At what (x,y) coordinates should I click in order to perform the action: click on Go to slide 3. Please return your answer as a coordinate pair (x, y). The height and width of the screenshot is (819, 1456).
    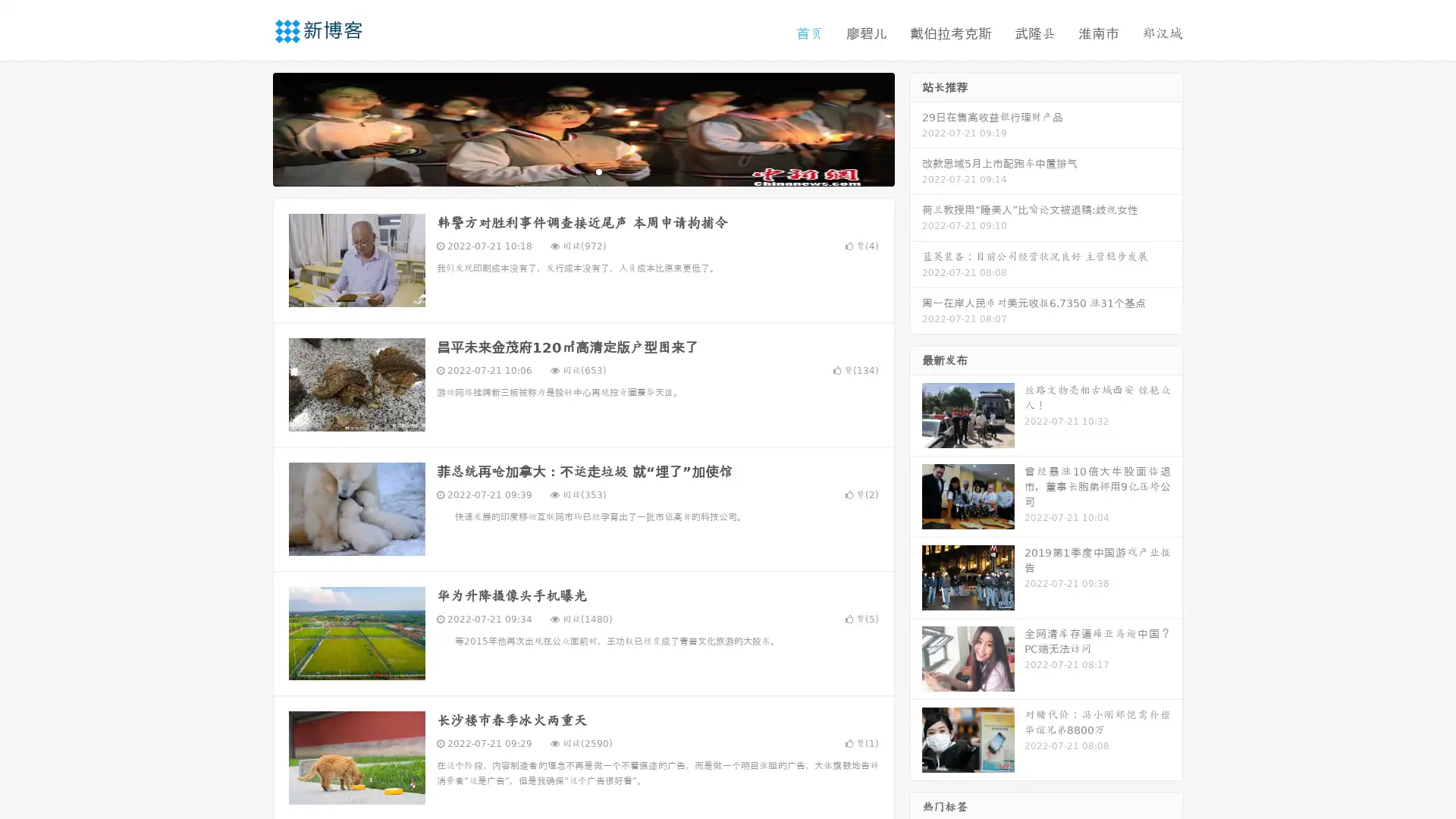
    Looking at the image, I should click on (598, 171).